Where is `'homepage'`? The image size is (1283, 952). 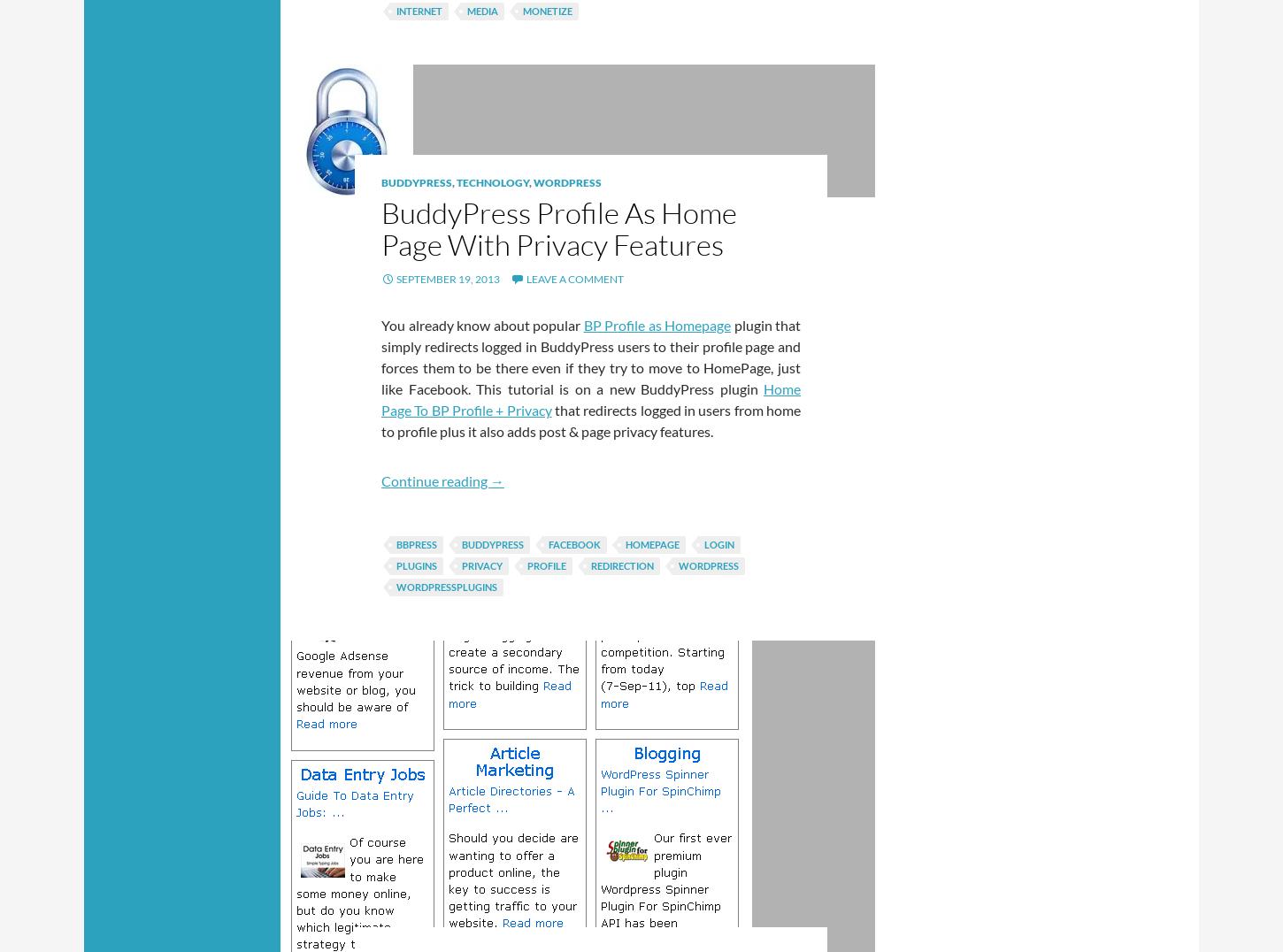 'homepage' is located at coordinates (652, 544).